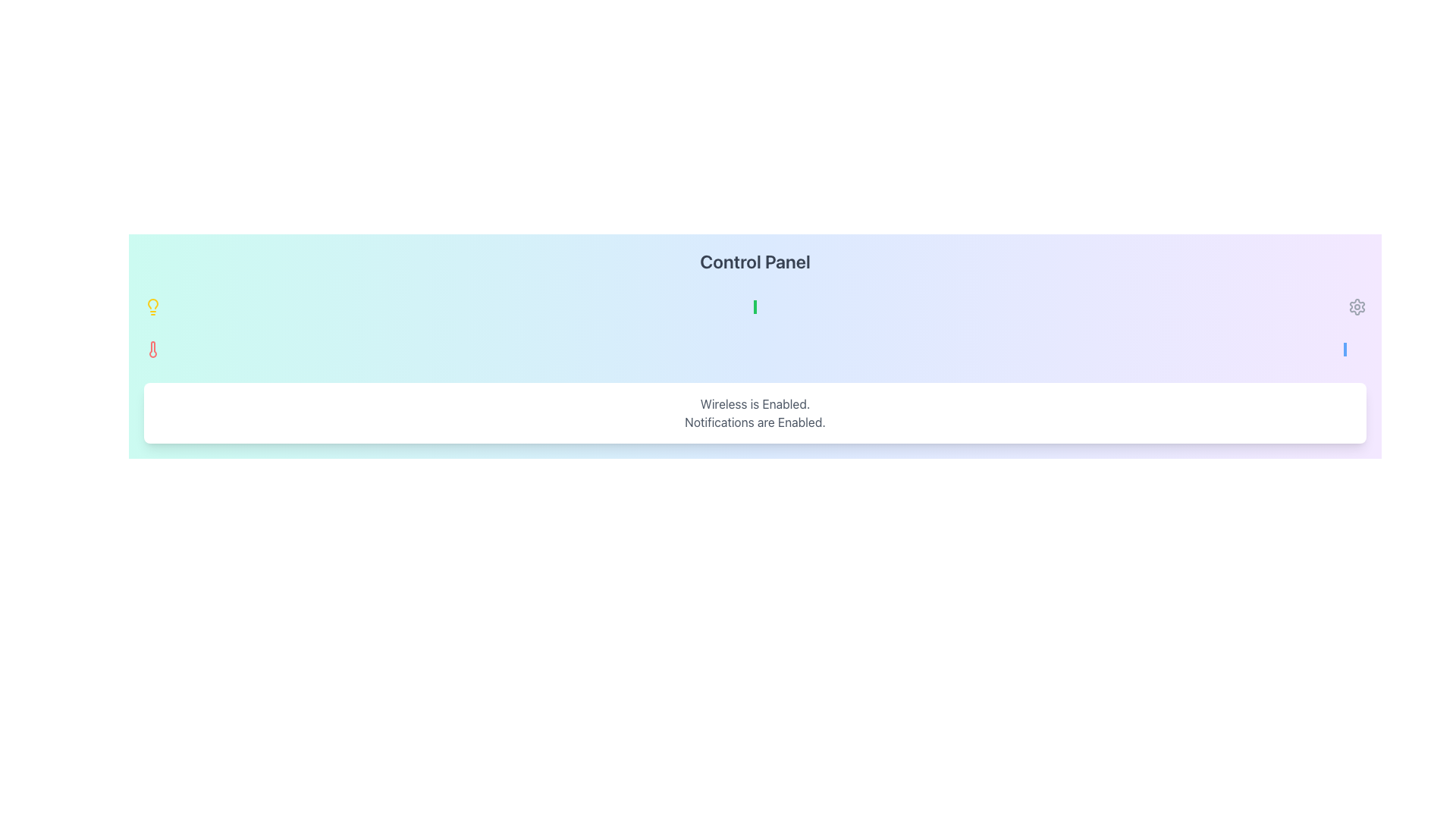 Image resolution: width=1456 pixels, height=819 pixels. What do you see at coordinates (1357, 307) in the screenshot?
I see `the gear-shaped icon located at the far right end of the control bar` at bounding box center [1357, 307].